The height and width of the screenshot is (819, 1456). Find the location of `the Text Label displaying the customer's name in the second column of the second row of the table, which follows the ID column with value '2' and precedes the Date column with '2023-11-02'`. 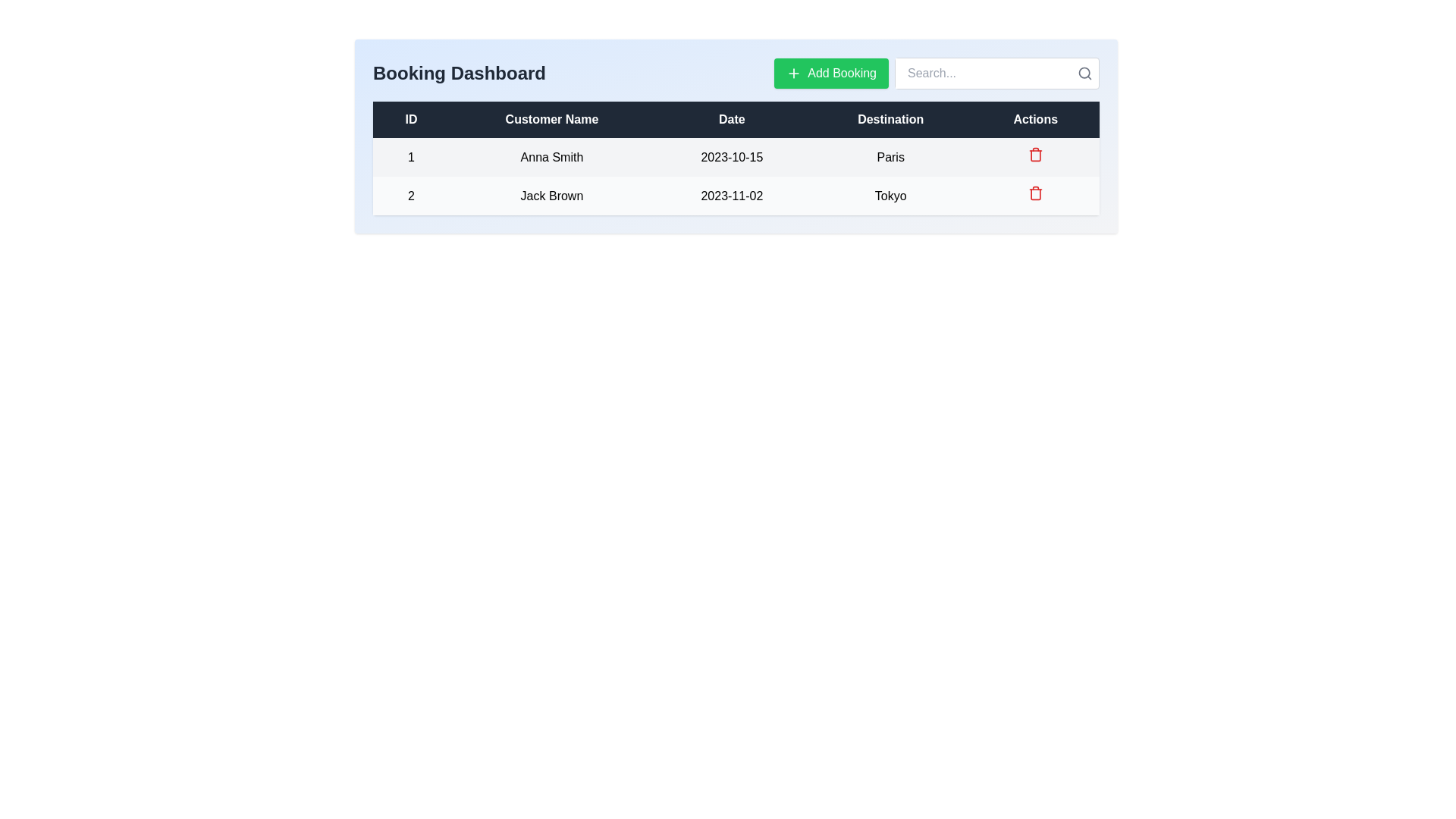

the Text Label displaying the customer's name in the second column of the second row of the table, which follows the ID column with value '2' and precedes the Date column with '2023-11-02' is located at coordinates (551, 195).